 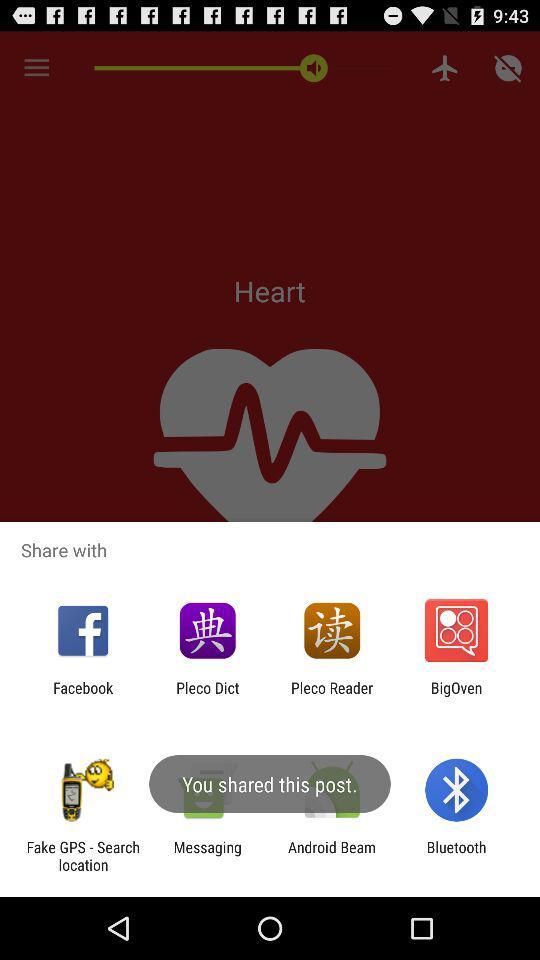 What do you see at coordinates (456, 855) in the screenshot?
I see `bluetooth item` at bounding box center [456, 855].